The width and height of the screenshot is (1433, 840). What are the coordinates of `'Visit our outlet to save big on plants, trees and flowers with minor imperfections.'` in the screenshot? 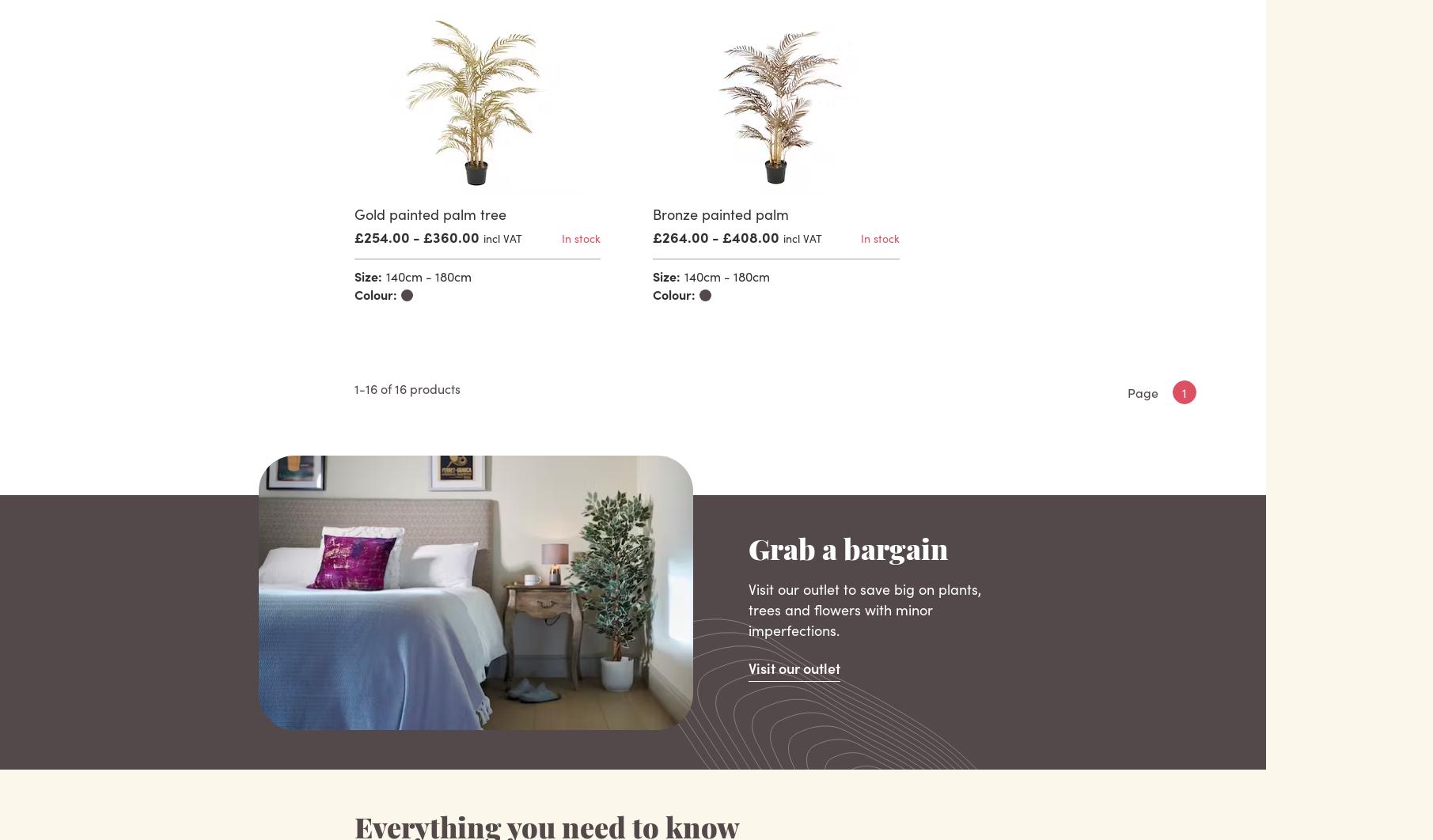 It's located at (864, 609).